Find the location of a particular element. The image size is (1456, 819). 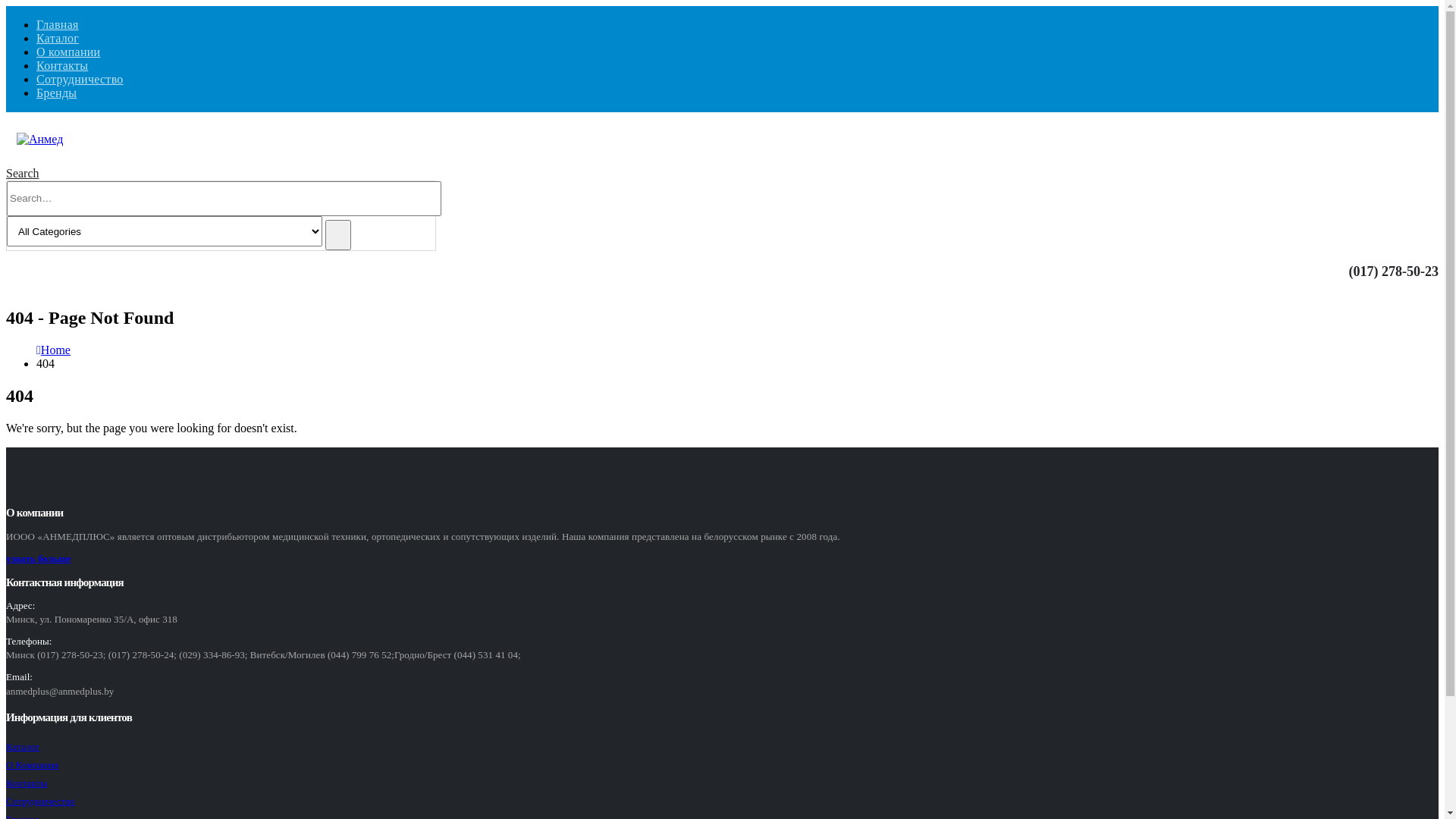

'Home' is located at coordinates (55, 350).